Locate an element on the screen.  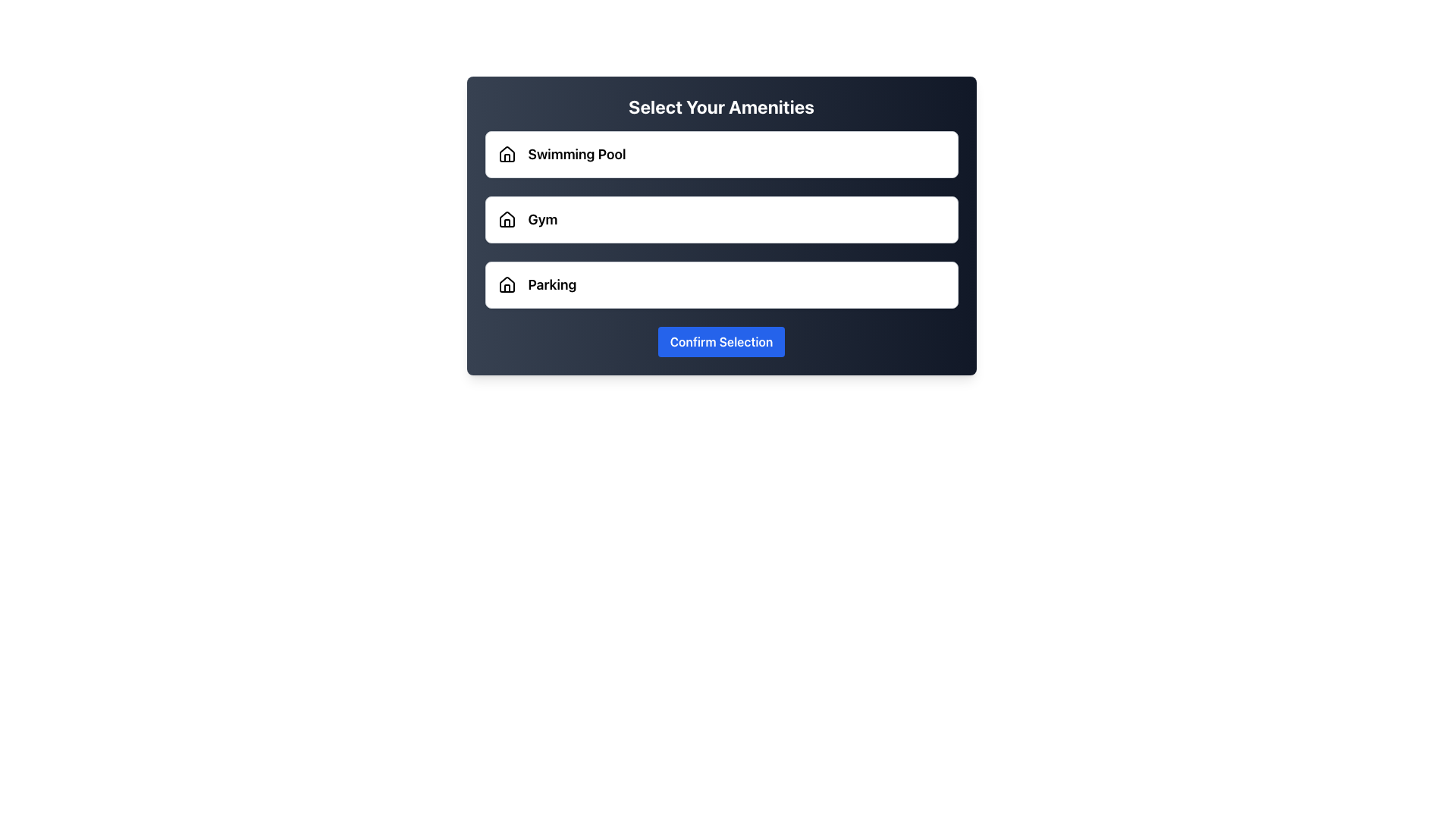
the confirmation button located at the bottom center of the card interface, beneath the options for 'Swimming Pool', 'Gym', and 'Parking', to confirm the selection is located at coordinates (720, 342).